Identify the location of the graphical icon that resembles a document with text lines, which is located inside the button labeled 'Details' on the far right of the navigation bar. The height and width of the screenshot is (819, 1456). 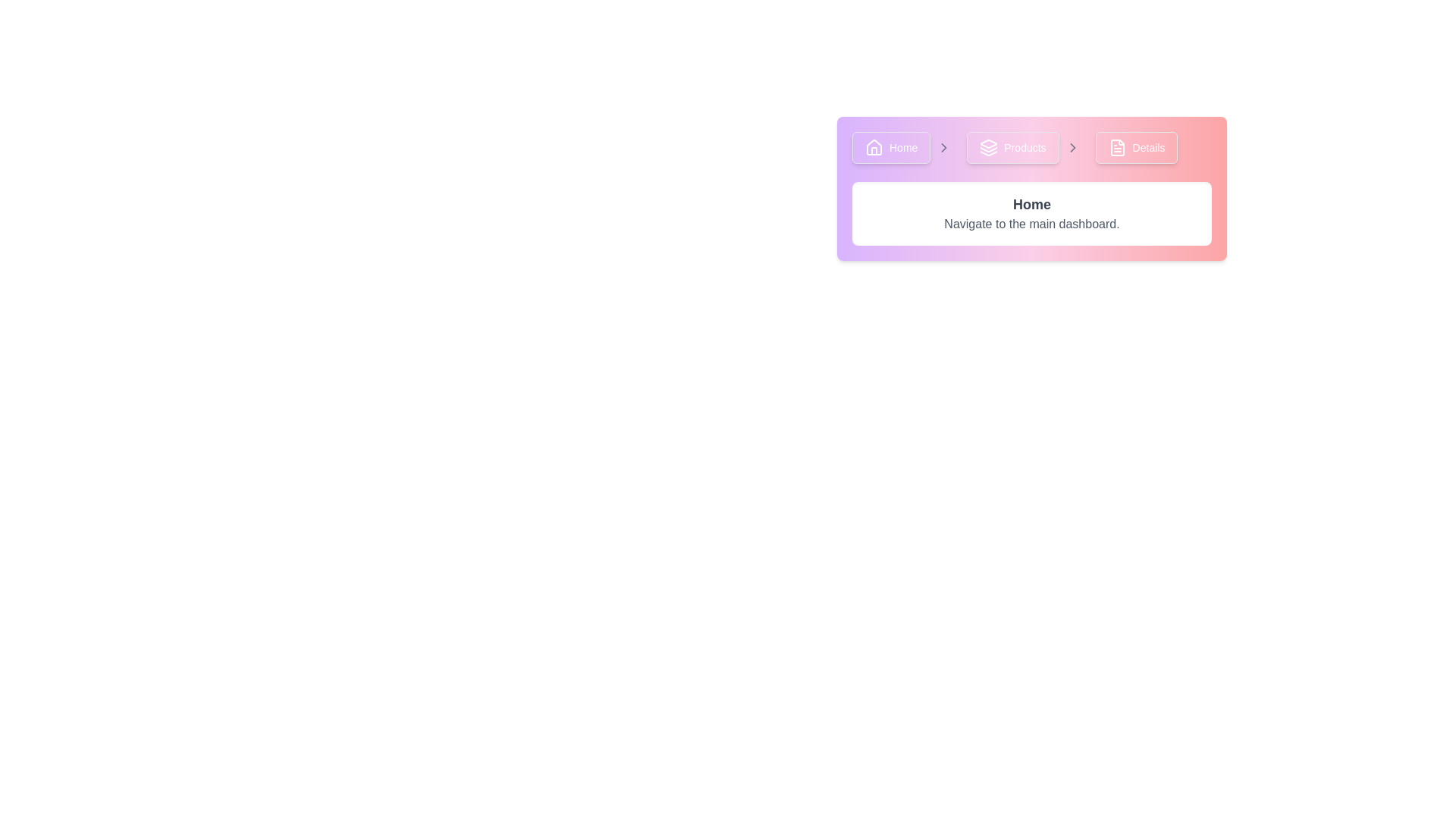
(1117, 148).